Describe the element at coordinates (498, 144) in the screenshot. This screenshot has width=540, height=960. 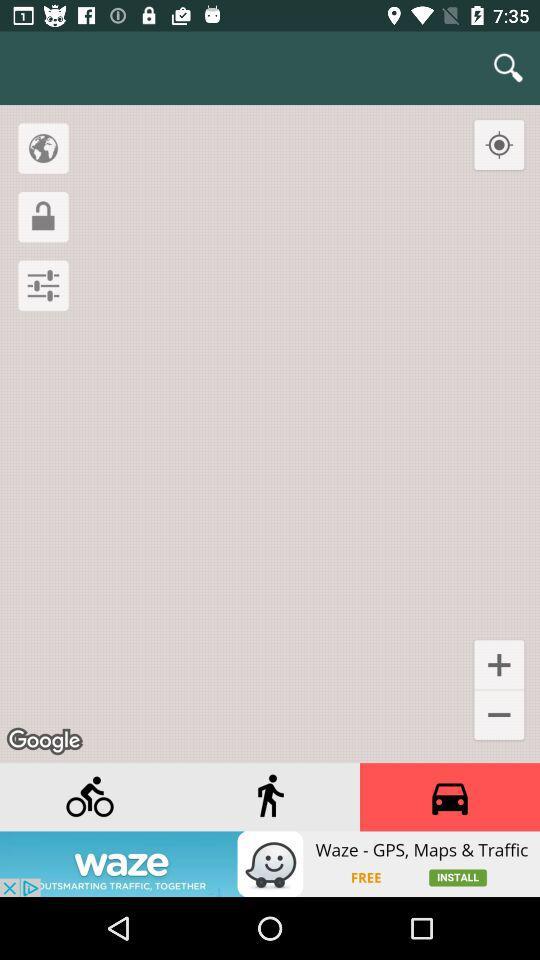
I see `the location_crosshair icon` at that location.